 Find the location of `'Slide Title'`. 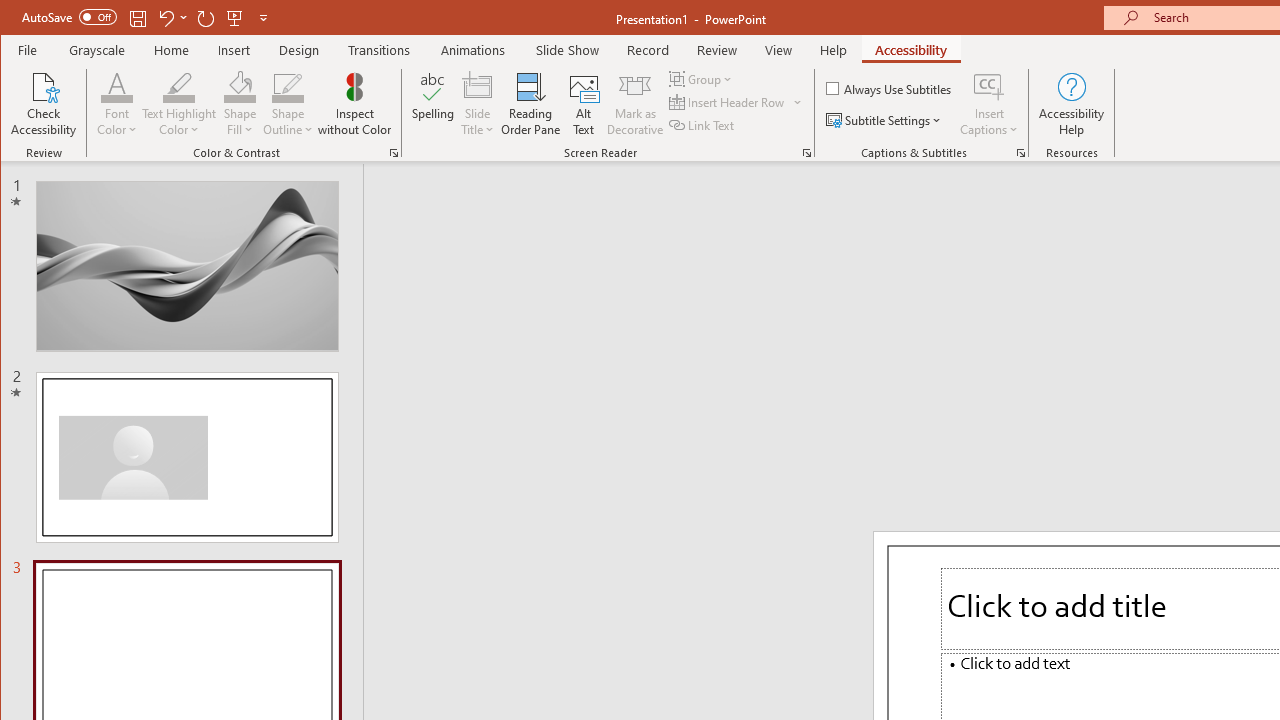

'Slide Title' is located at coordinates (477, 85).